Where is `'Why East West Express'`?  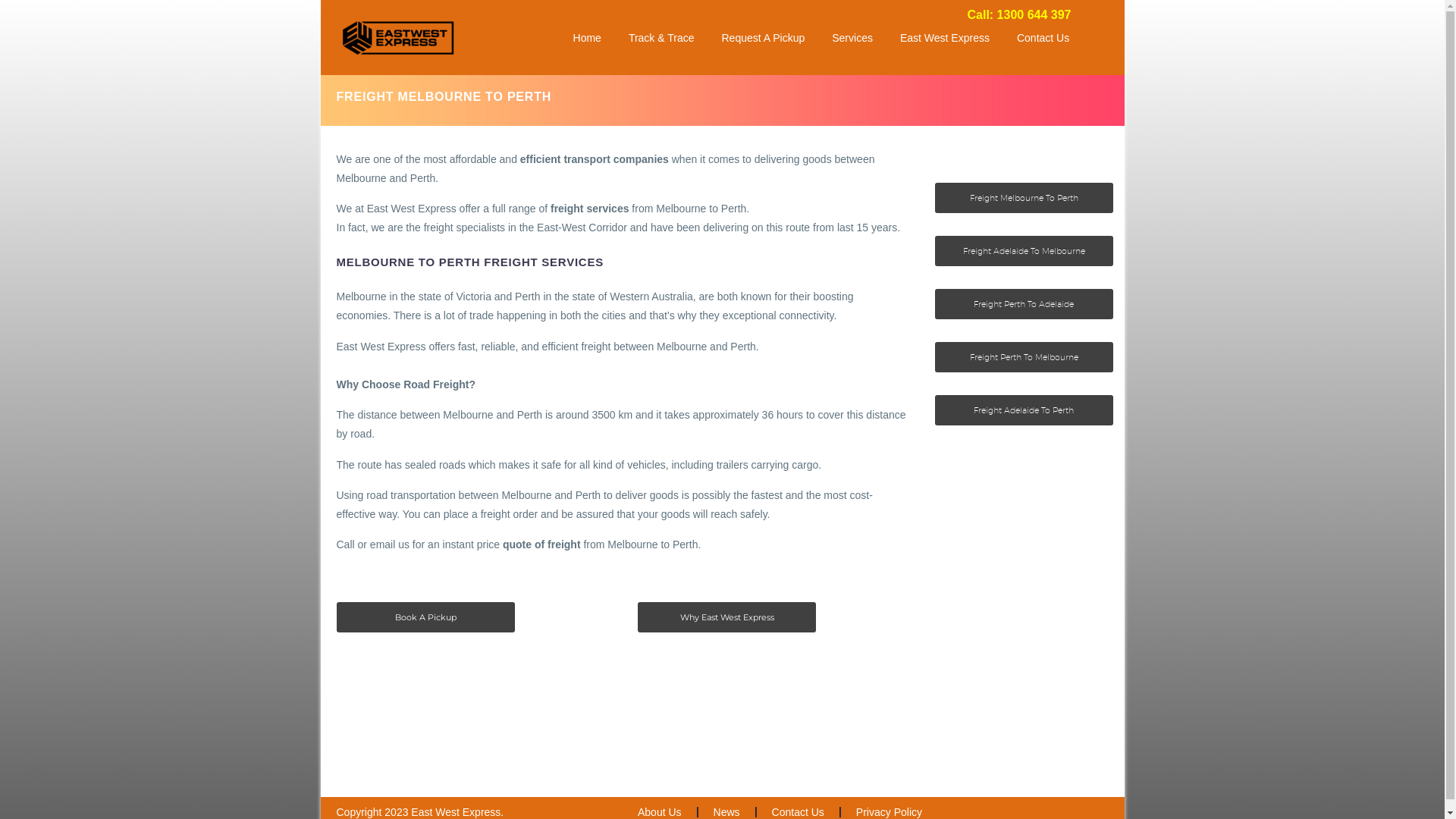 'Why East West Express' is located at coordinates (637, 617).